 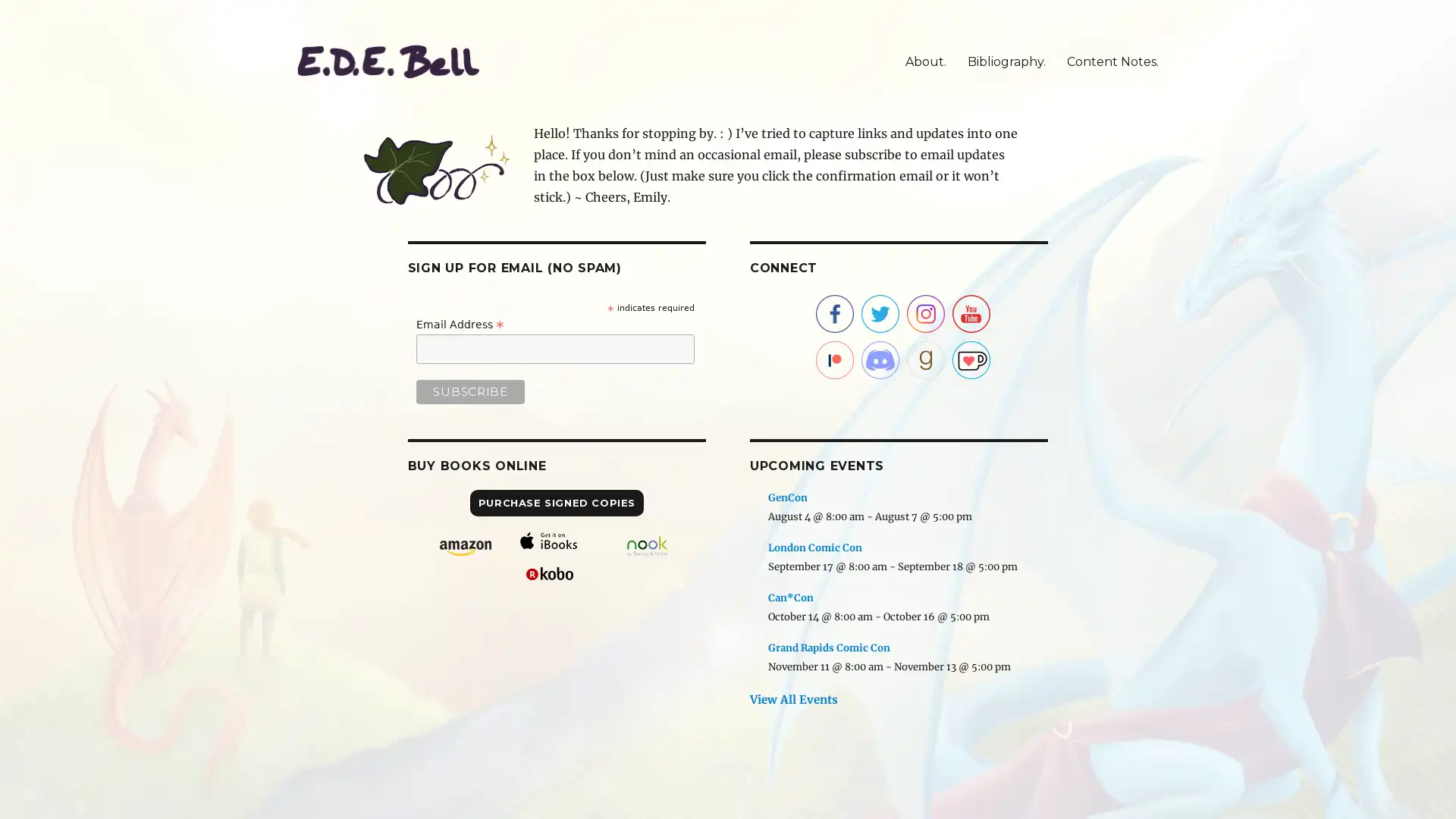 What do you see at coordinates (469, 391) in the screenshot?
I see `Subscribe` at bounding box center [469, 391].